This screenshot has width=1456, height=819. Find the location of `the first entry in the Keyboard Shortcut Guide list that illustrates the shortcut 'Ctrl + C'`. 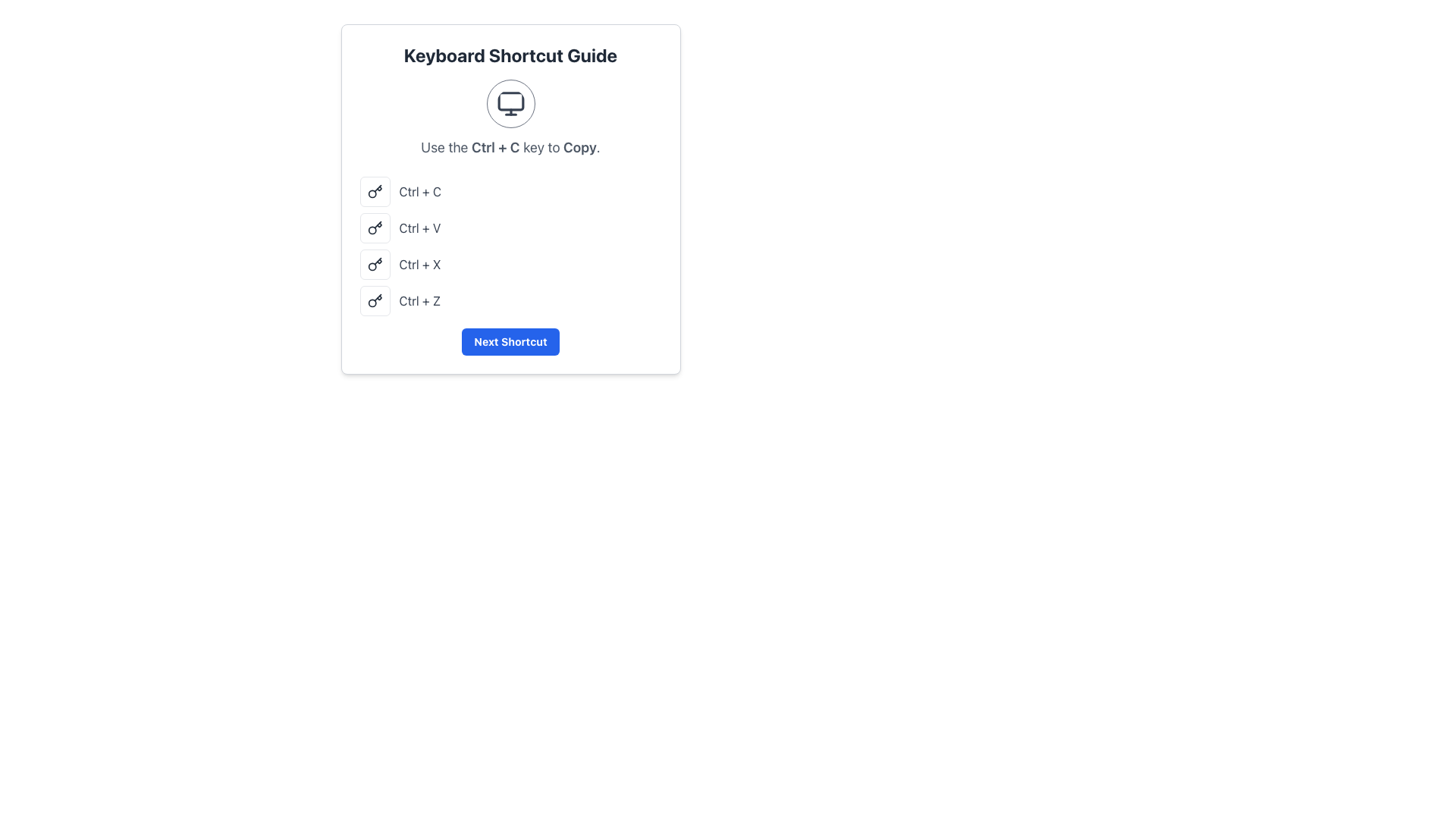

the first entry in the Keyboard Shortcut Guide list that illustrates the shortcut 'Ctrl + C' is located at coordinates (510, 191).